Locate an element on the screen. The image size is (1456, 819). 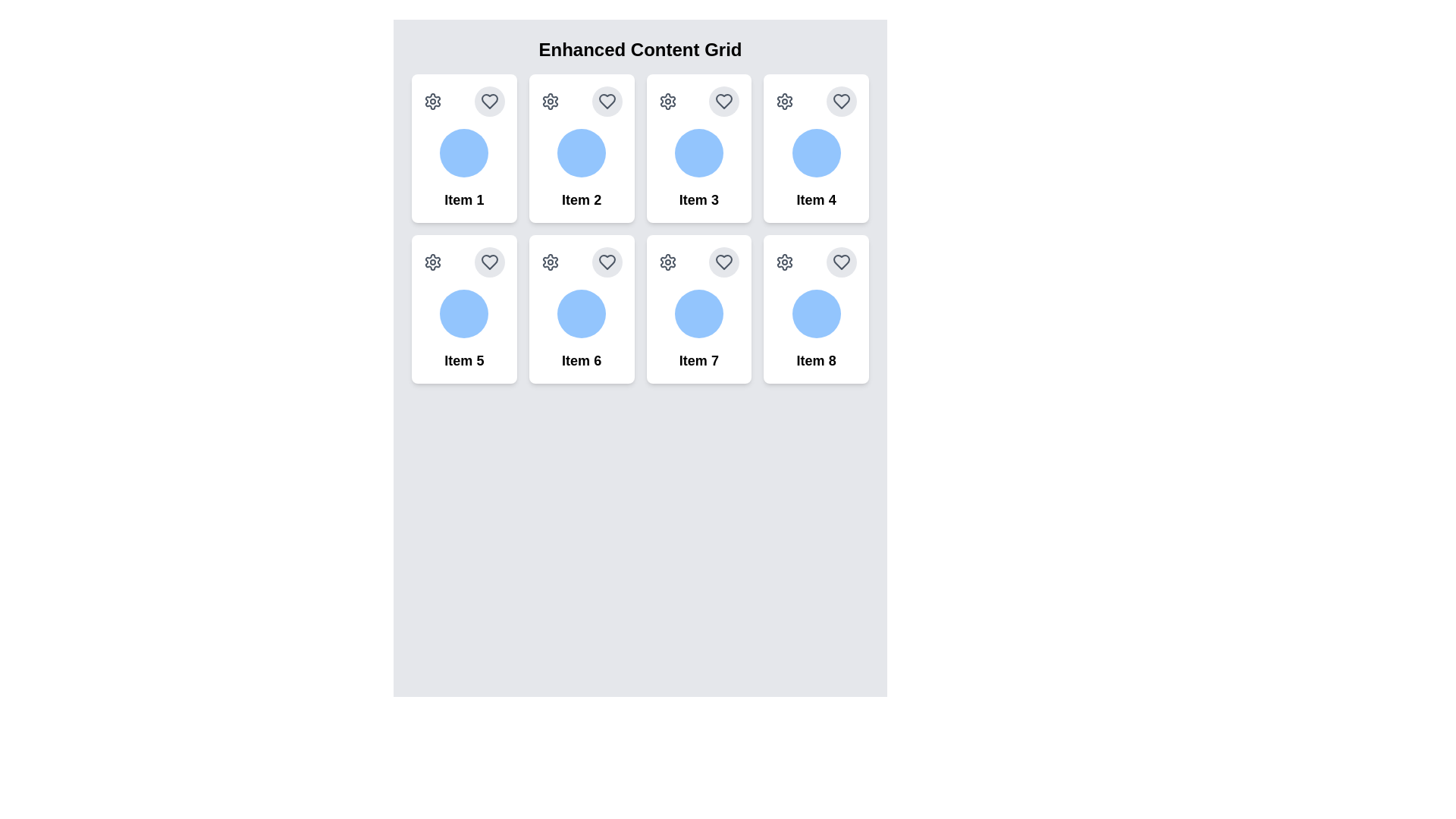
the text label 'Item 7' which is styled with a bold font and located underneath a circular icon in the seventh card of the two-row grid layout is located at coordinates (698, 360).